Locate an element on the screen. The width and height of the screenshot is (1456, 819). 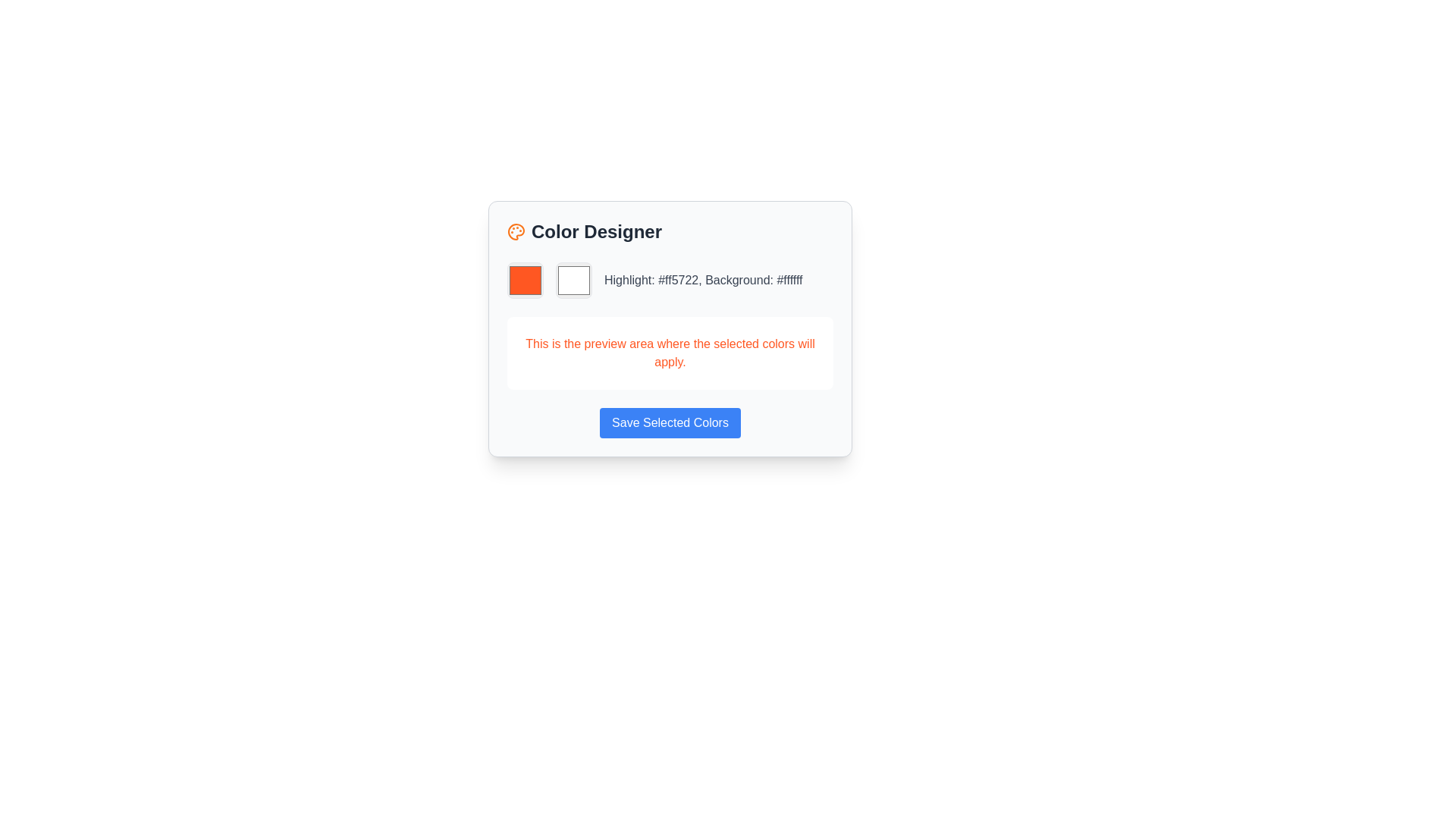
the Informative text area that displays the effects of selected colors, located below the color choices and above the 'Save Selected Colors' button is located at coordinates (669, 353).